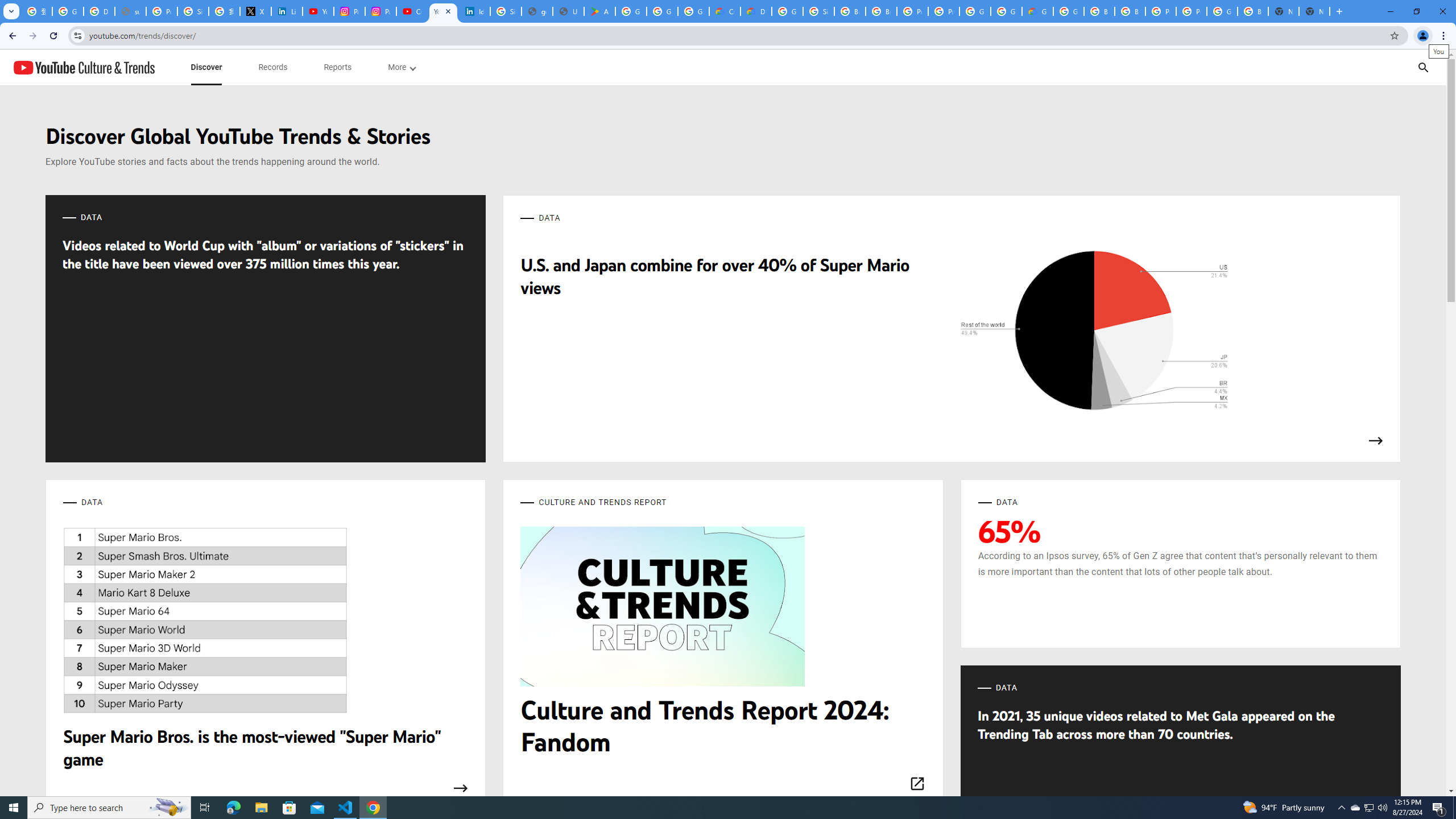 The width and height of the screenshot is (1456, 819). I want to click on 'subnav-Reports menupopup', so click(337, 67).